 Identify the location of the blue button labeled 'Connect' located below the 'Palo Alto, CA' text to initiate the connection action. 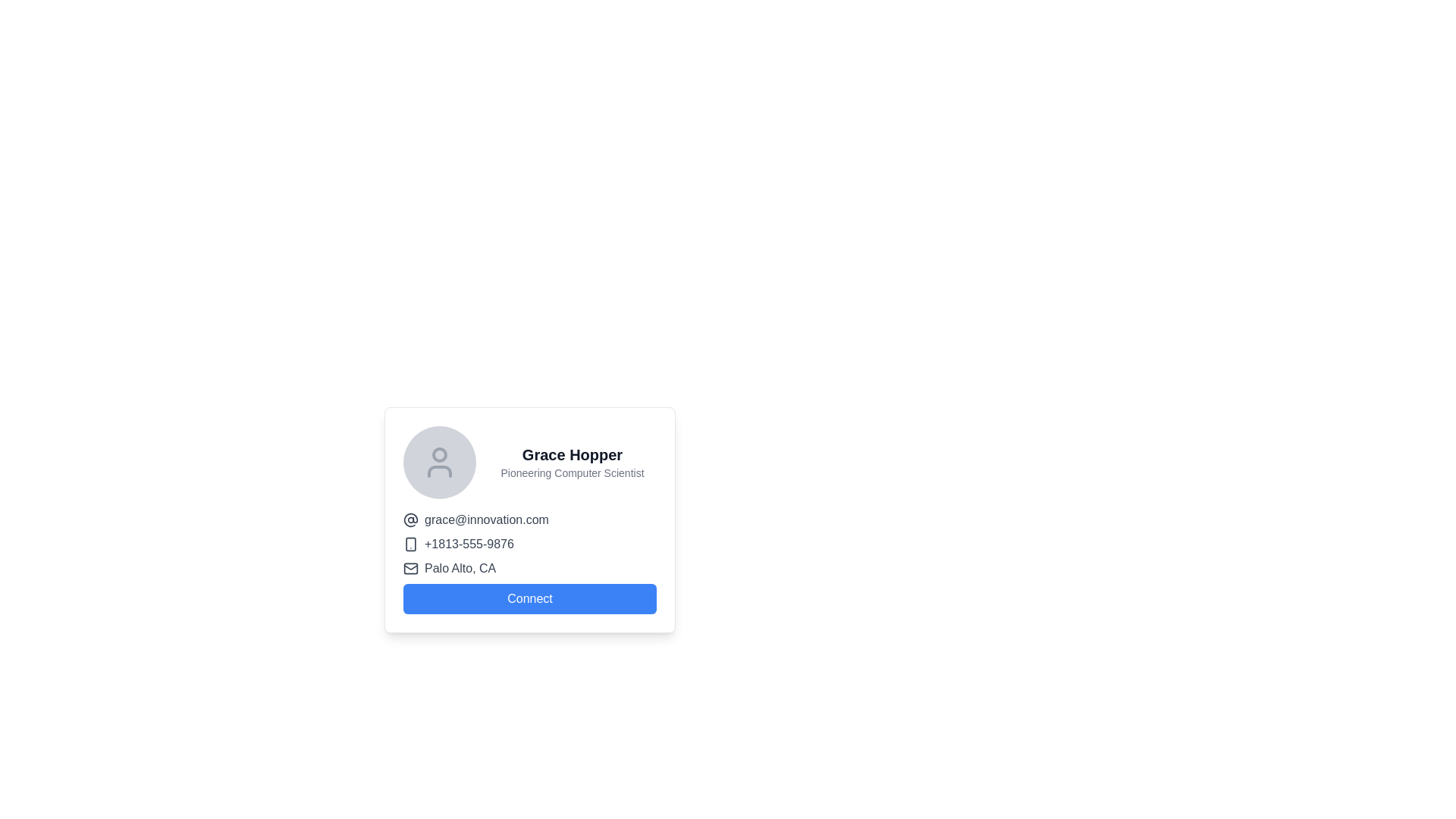
(530, 598).